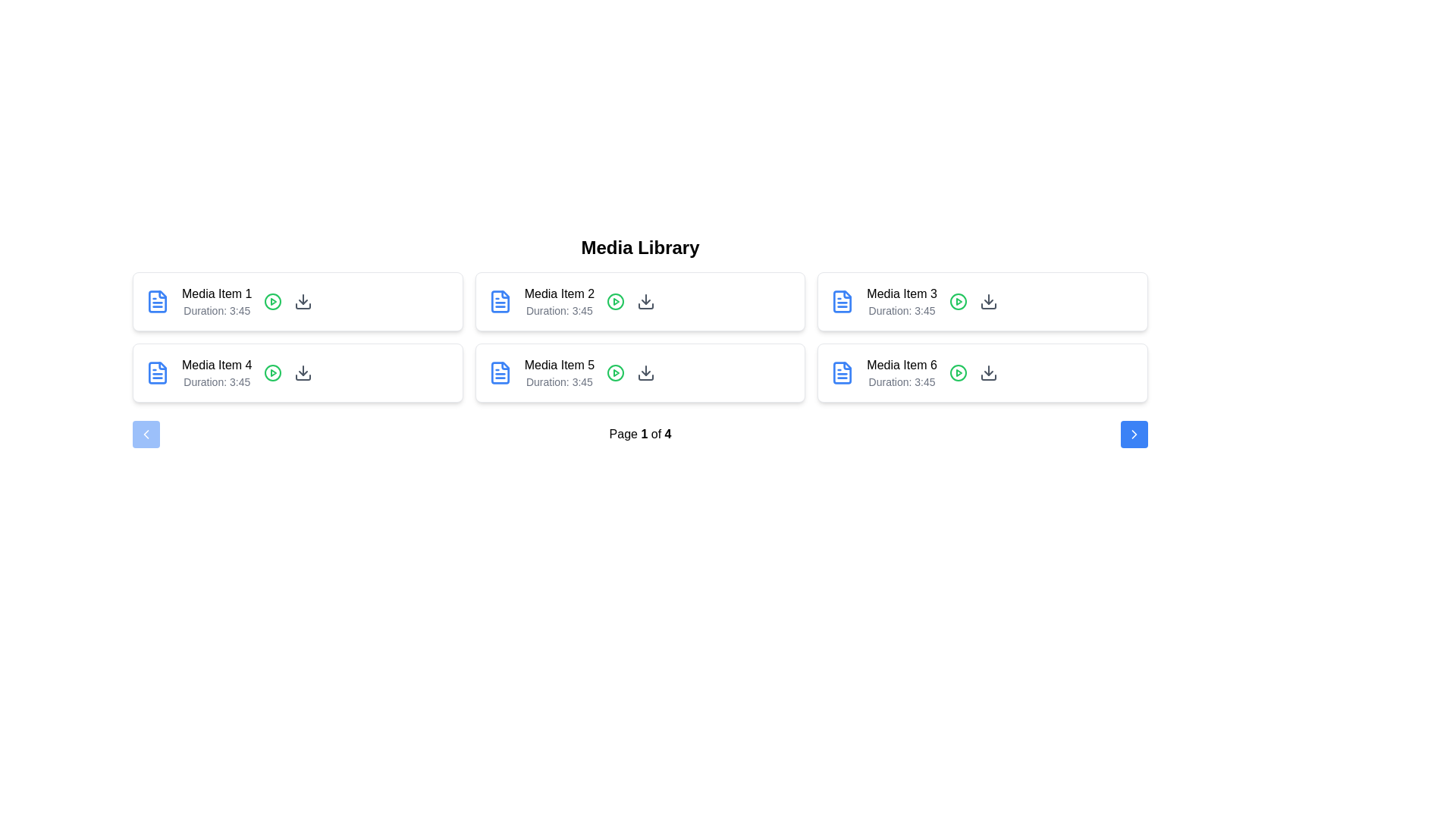 Image resolution: width=1456 pixels, height=819 pixels. Describe the element at coordinates (558, 366) in the screenshot. I see `the text display element that serves as the title for 'Media Item 5', located at the top of the second row within a grid-style layout of media items` at that location.